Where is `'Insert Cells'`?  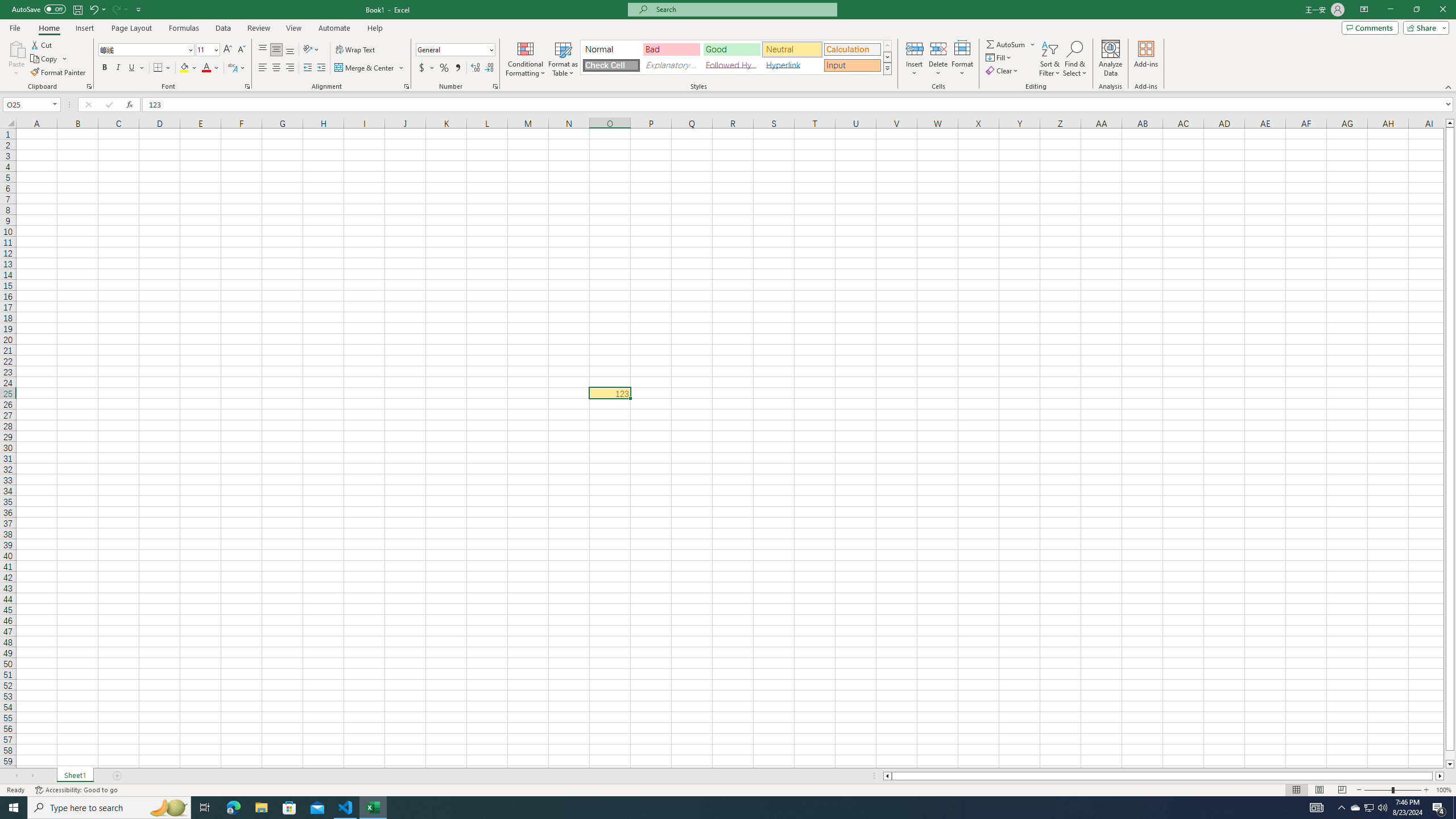
'Insert Cells' is located at coordinates (913, 48).